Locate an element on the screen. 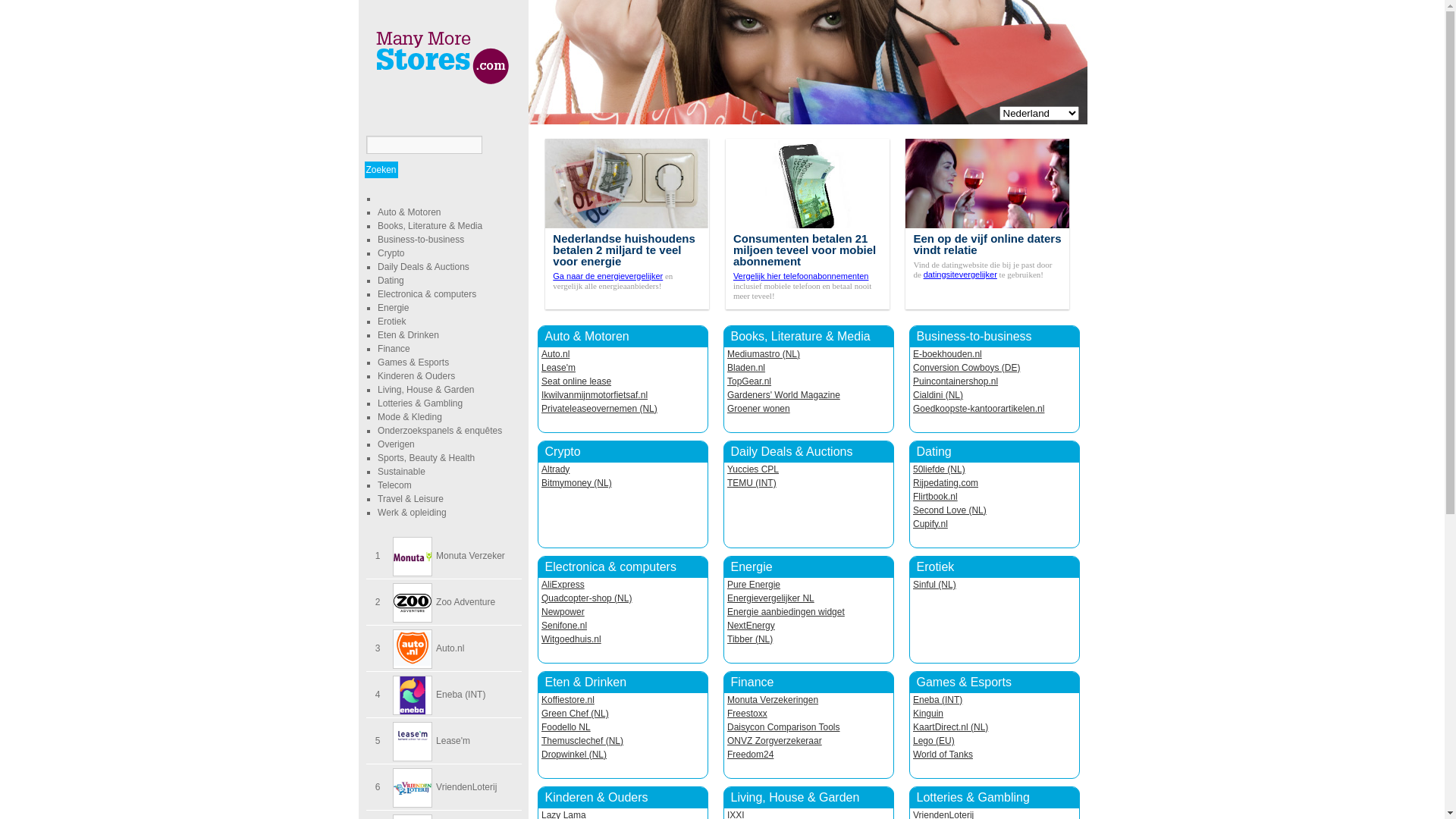 Image resolution: width=1456 pixels, height=819 pixels. 'Green Chef (NL)' is located at coordinates (574, 714).